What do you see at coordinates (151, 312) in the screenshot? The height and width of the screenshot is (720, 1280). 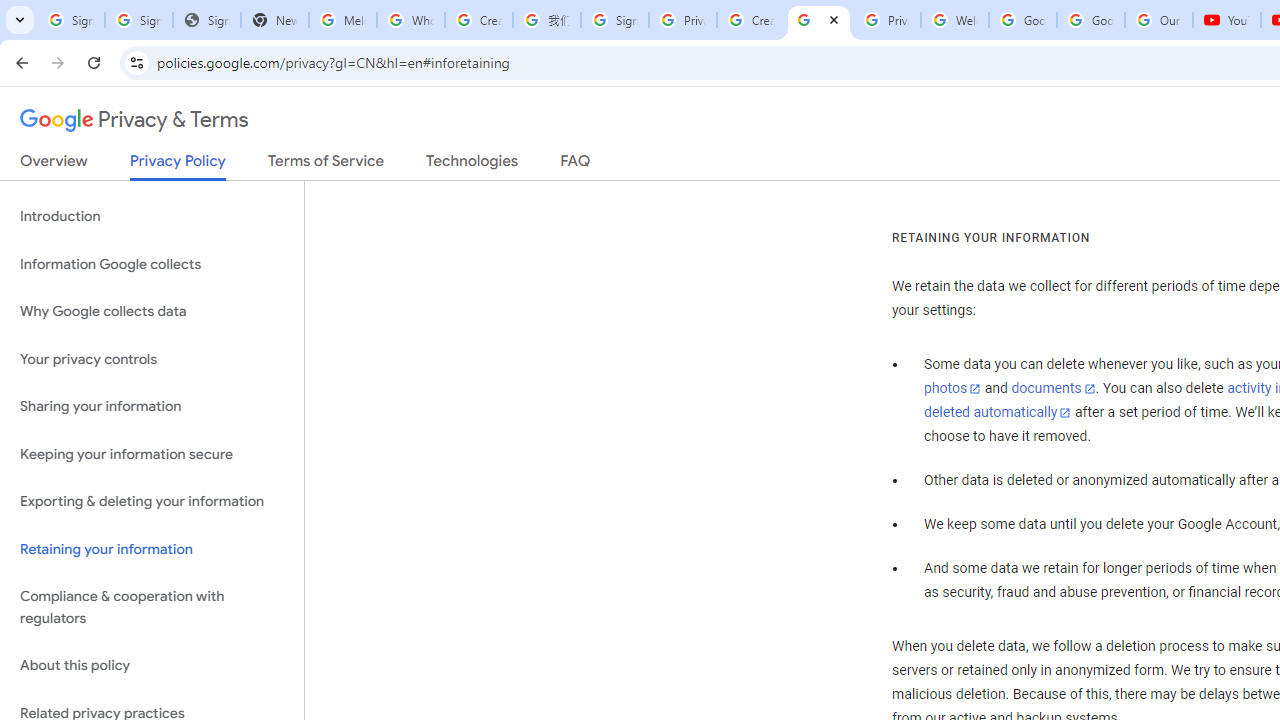 I see `'Why Google collects data'` at bounding box center [151, 312].